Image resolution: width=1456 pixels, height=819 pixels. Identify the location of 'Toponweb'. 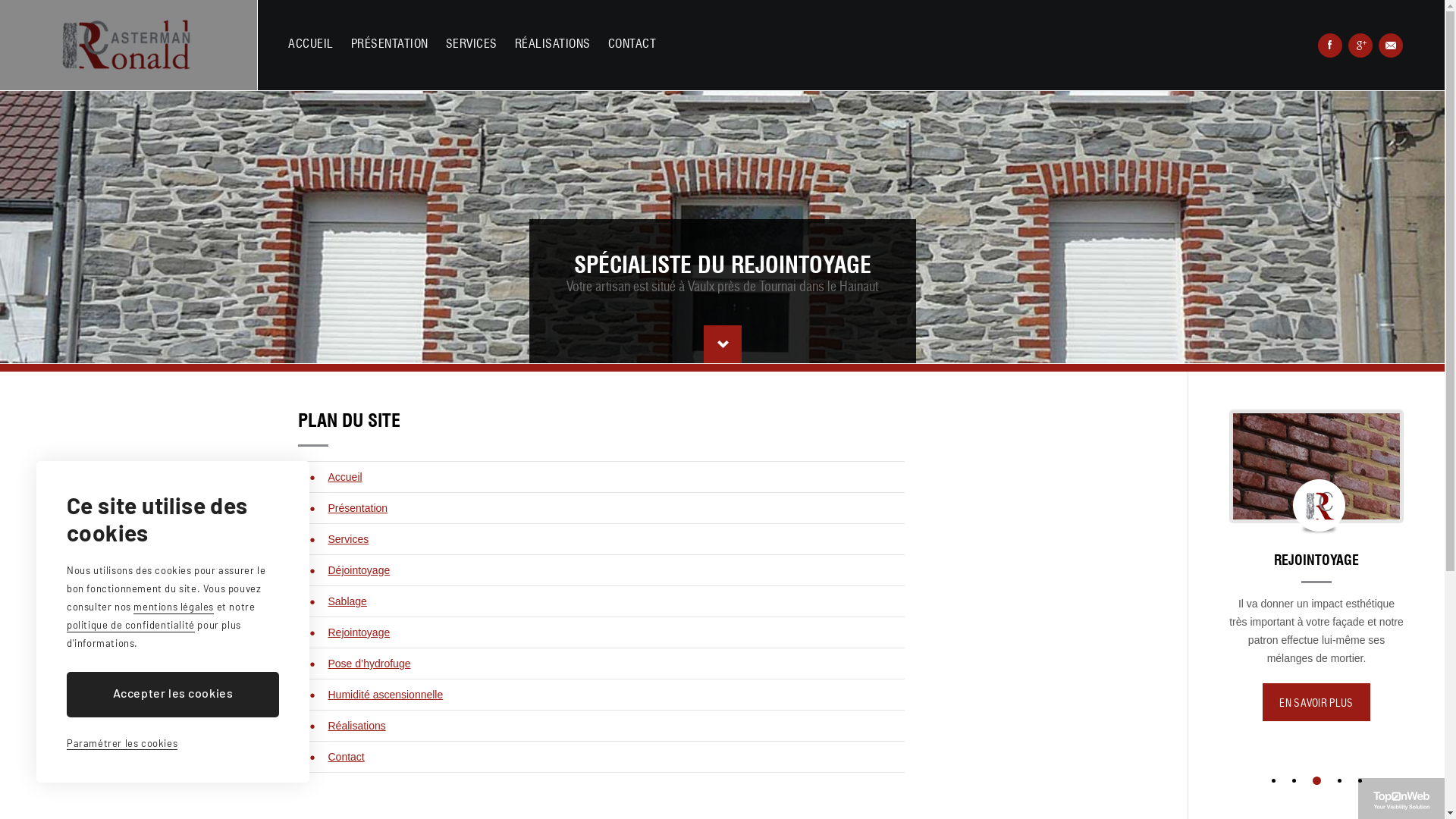
(1373, 800).